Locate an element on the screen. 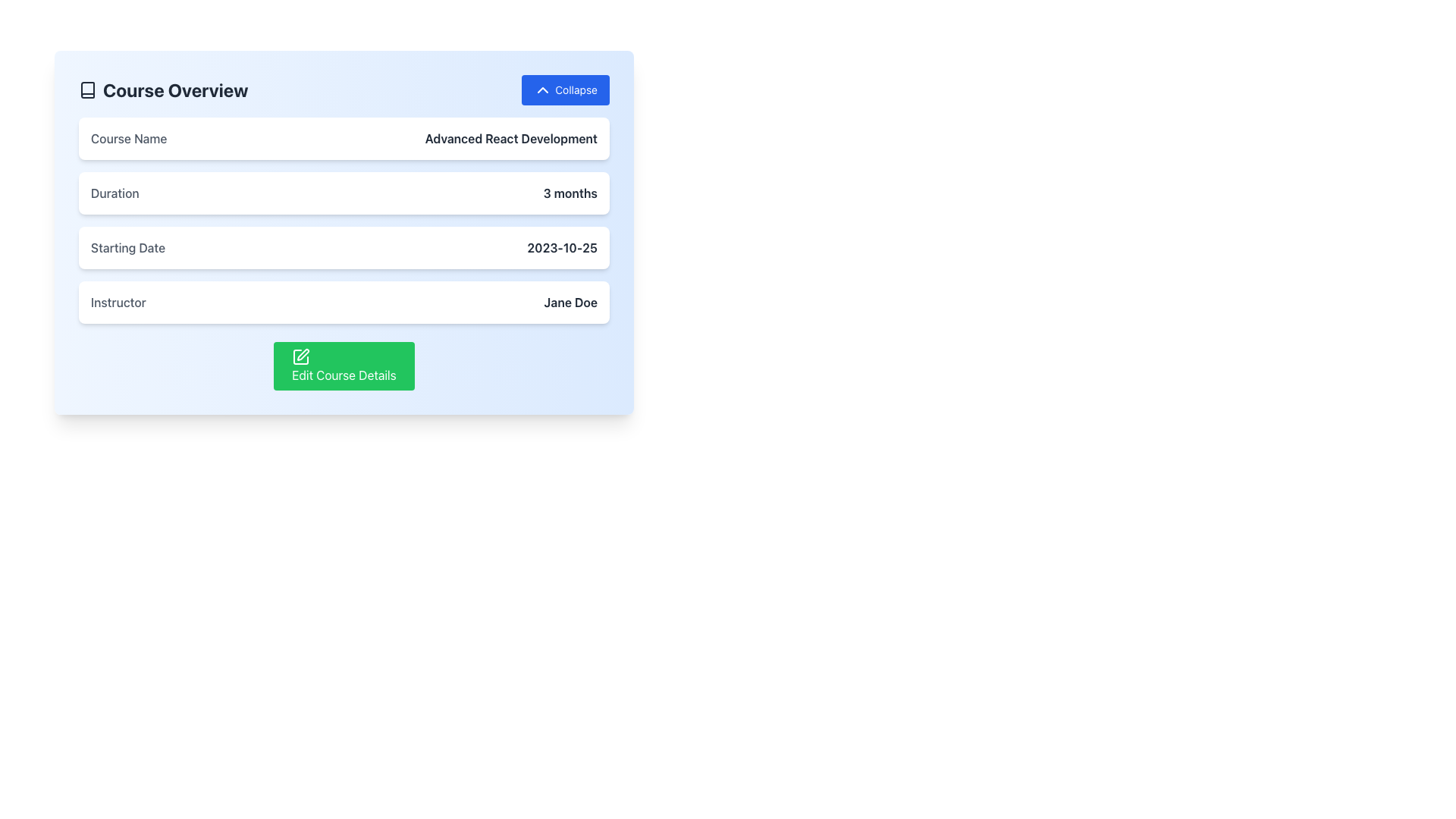 Image resolution: width=1456 pixels, height=819 pixels. the text 'Advanced React Development' displayed in bold dark gray color, located on the right side of the 'Course Name' row is located at coordinates (511, 138).